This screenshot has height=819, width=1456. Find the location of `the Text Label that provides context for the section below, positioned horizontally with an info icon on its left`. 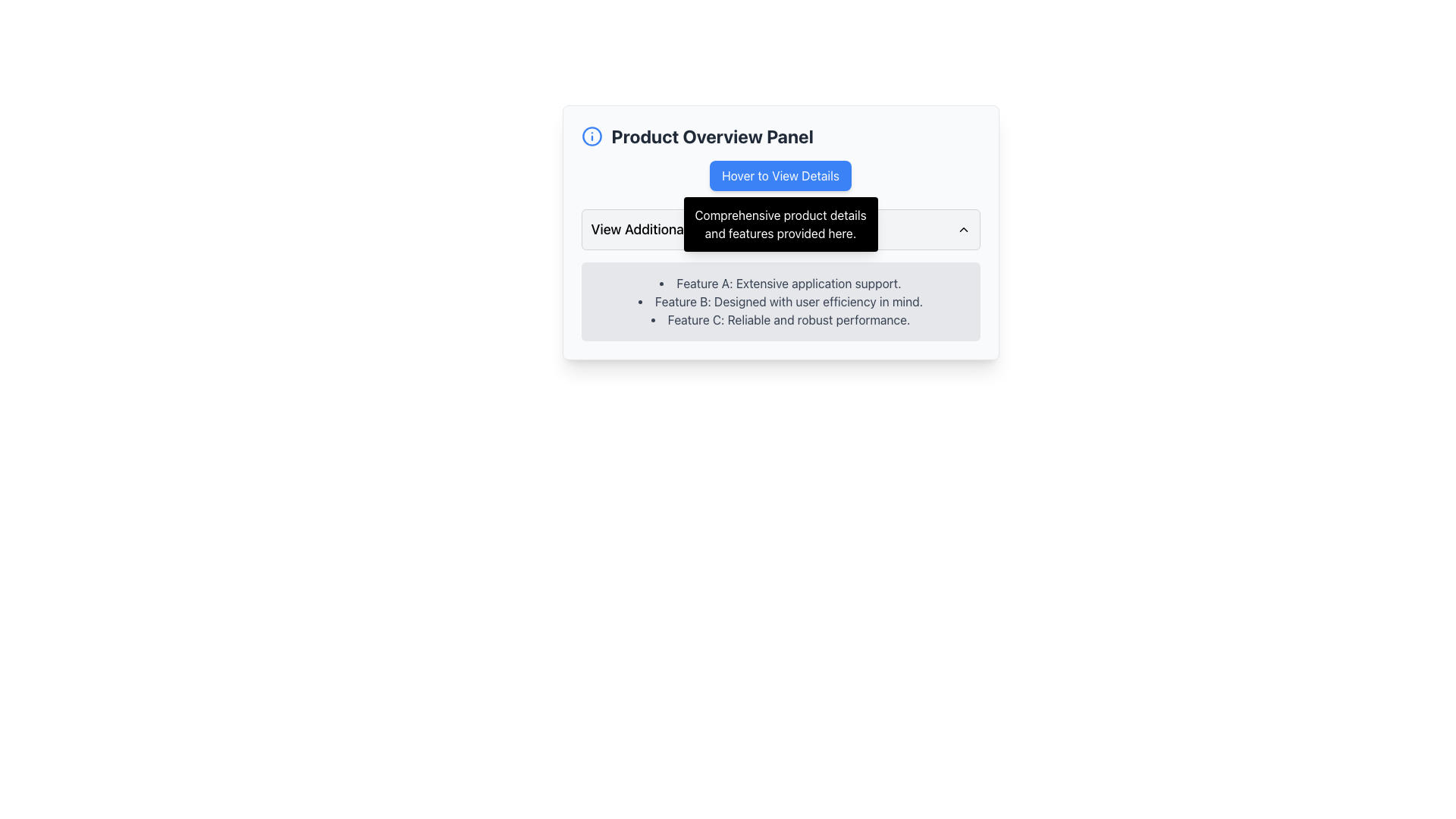

the Text Label that provides context for the section below, positioned horizontally with an info icon on its left is located at coordinates (711, 136).